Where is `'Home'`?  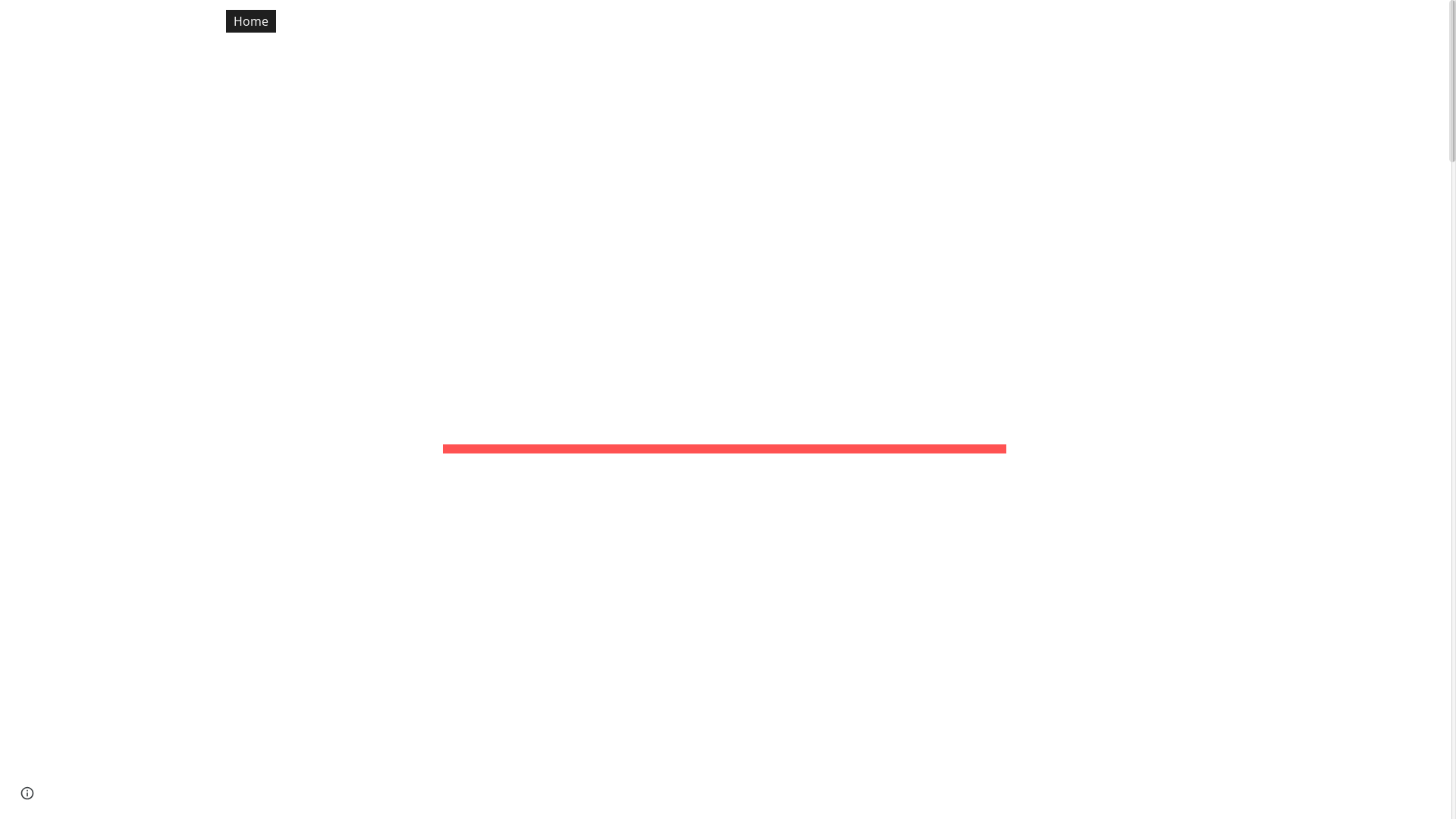 'Home' is located at coordinates (251, 20).